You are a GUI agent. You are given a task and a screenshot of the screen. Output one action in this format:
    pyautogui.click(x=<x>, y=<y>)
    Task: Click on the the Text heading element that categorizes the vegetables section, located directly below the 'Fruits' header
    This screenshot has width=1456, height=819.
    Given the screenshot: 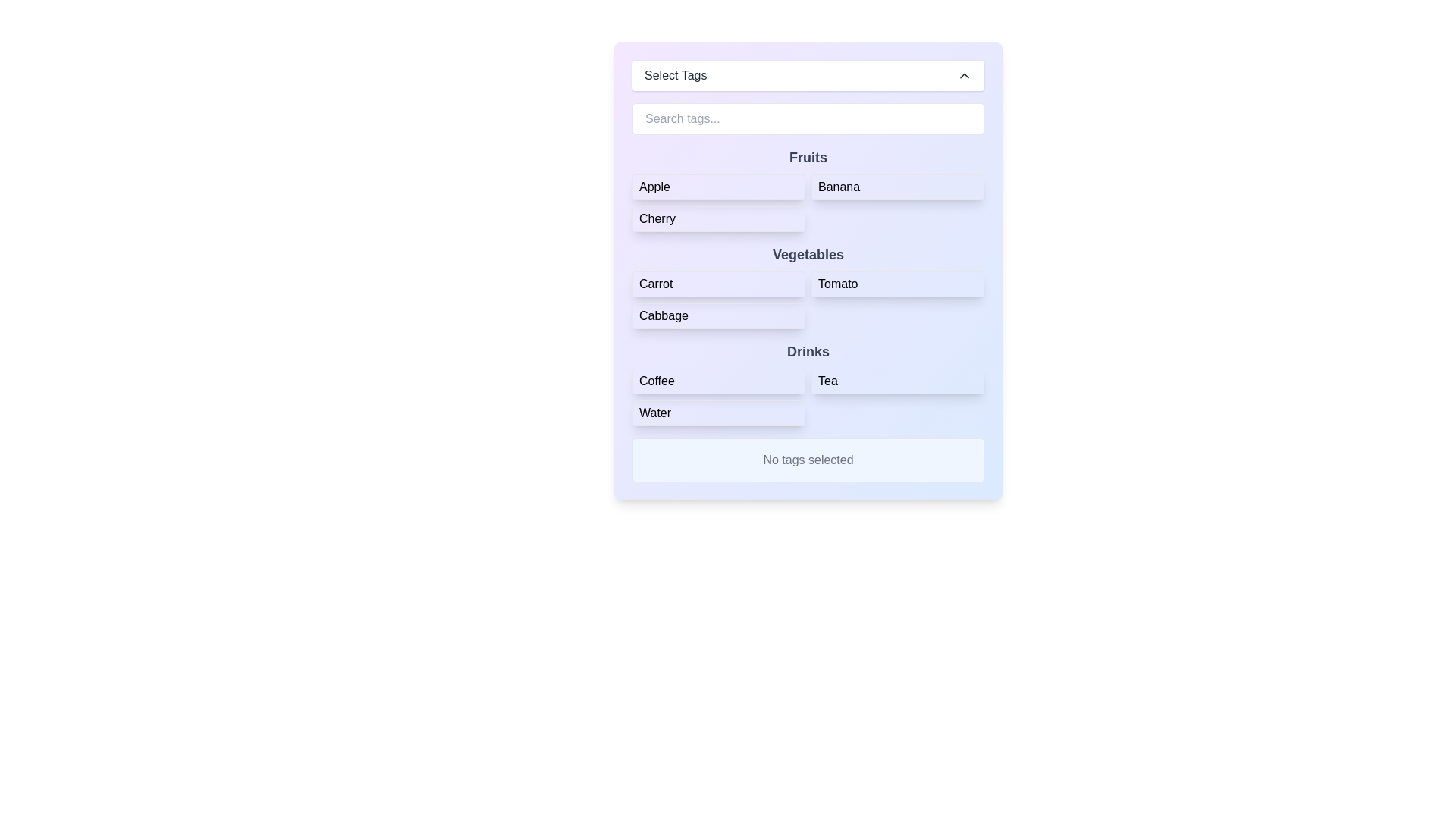 What is the action you would take?
    pyautogui.click(x=807, y=253)
    